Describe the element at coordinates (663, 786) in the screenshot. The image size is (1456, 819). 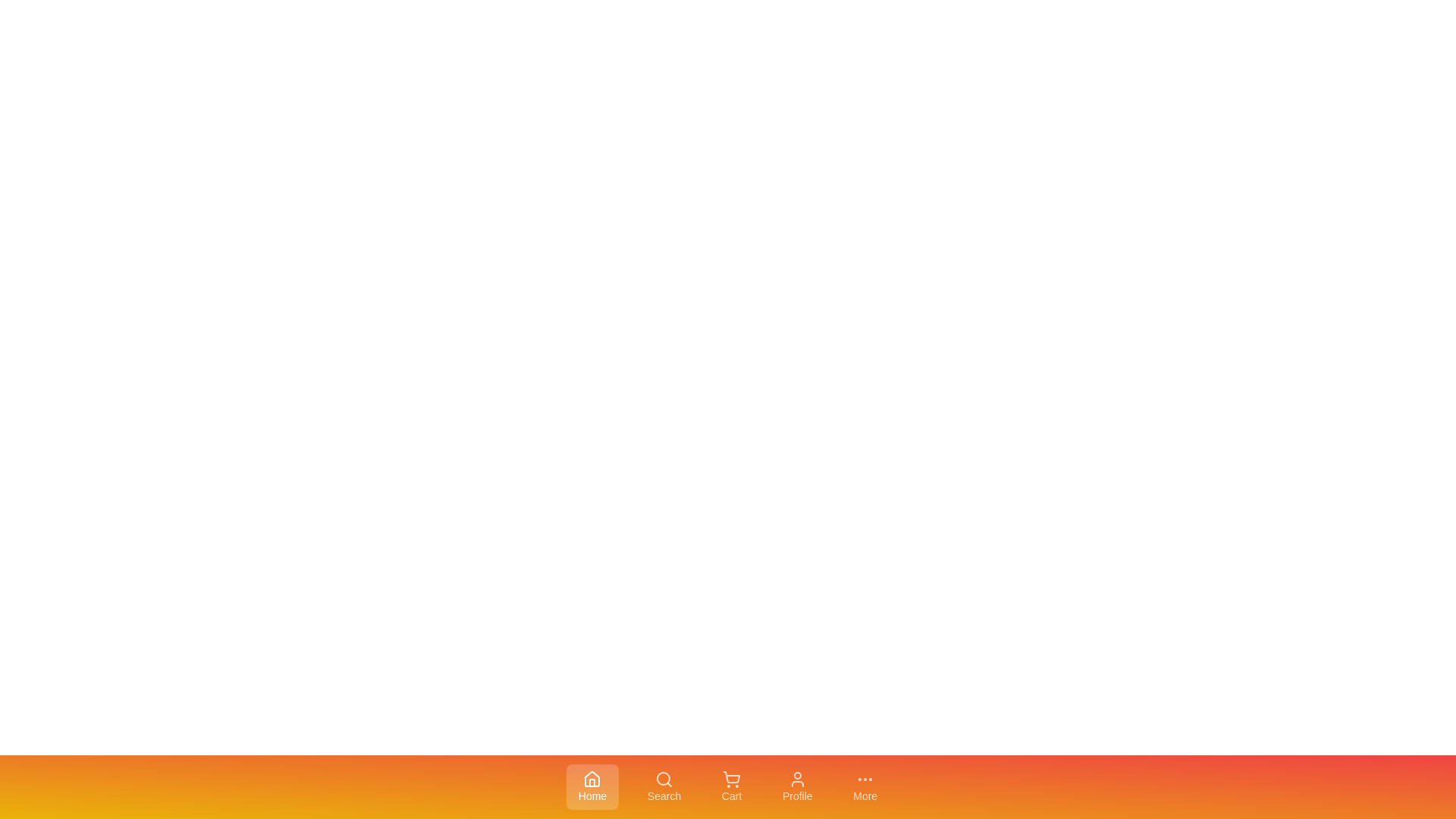
I see `the Search tab in the bottom navigation bar` at that location.